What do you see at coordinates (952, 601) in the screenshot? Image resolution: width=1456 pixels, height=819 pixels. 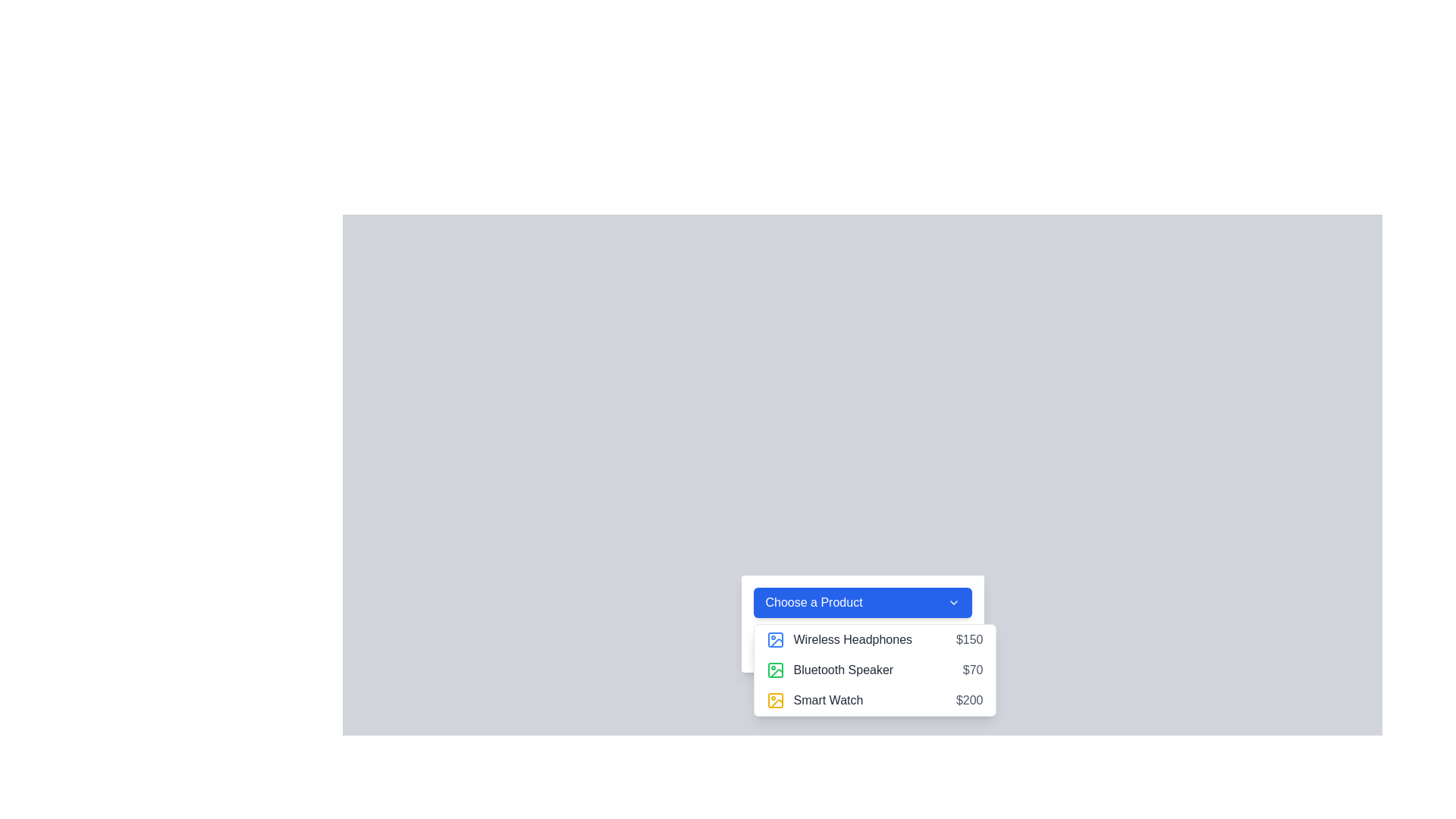 I see `the downward-pointing chevron icon inside the 'Choose a Product' button` at bounding box center [952, 601].